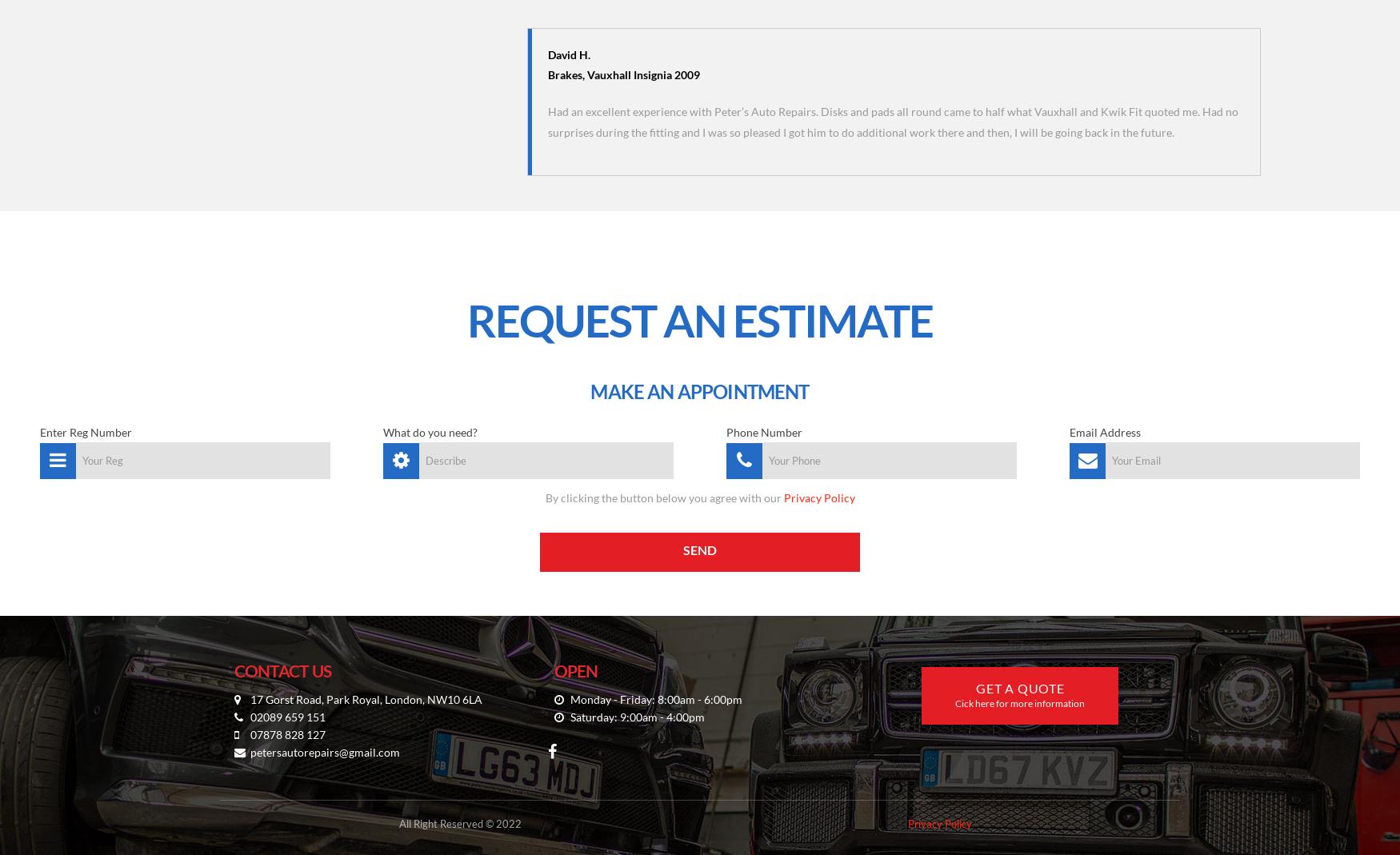  Describe the element at coordinates (365, 697) in the screenshot. I see `'17 Gorst Road, Park Royal, London, NW10 6LA'` at that location.